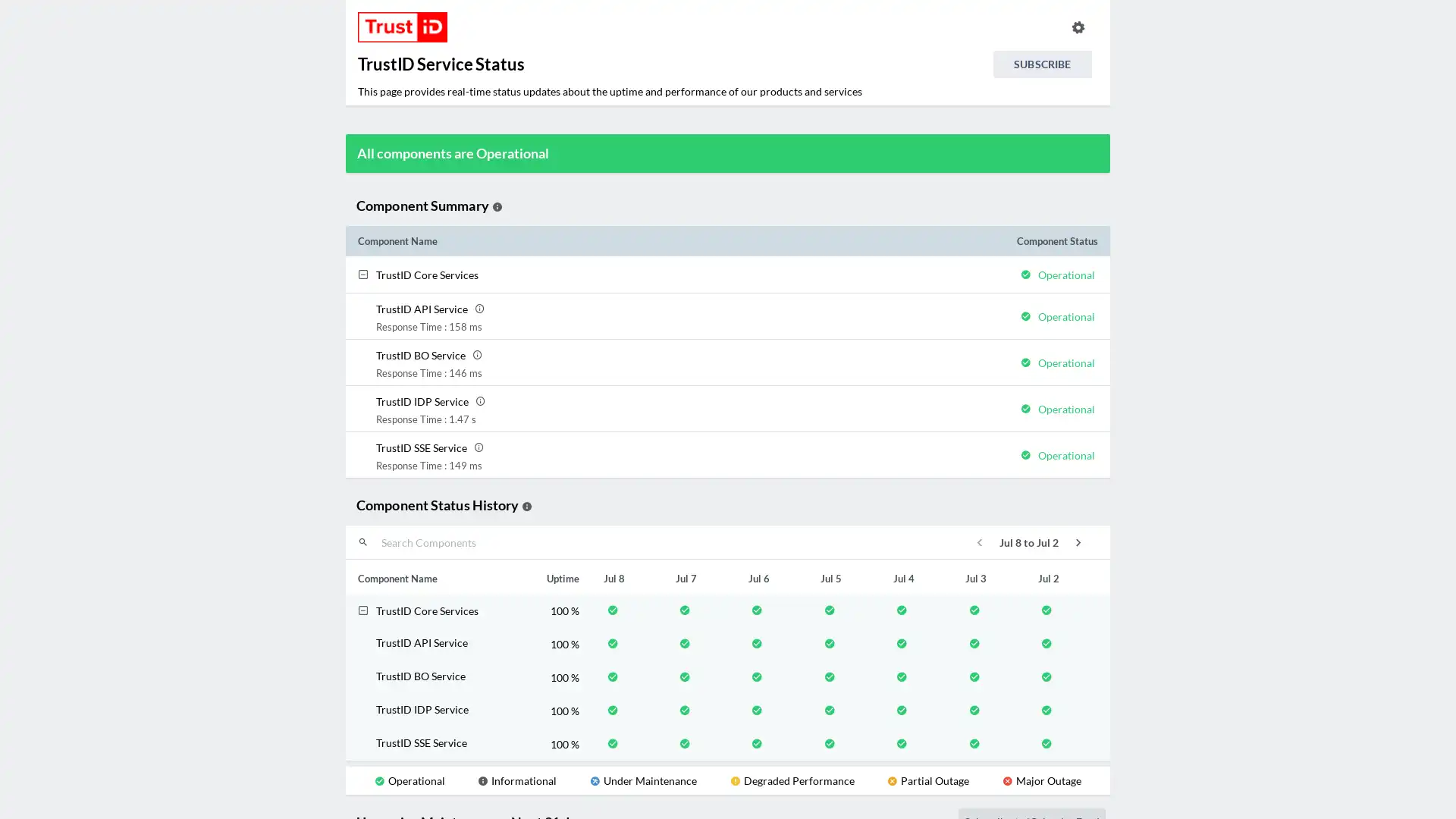  Describe the element at coordinates (728, 676) in the screenshot. I see `TrustID BO Service 100 %` at that location.